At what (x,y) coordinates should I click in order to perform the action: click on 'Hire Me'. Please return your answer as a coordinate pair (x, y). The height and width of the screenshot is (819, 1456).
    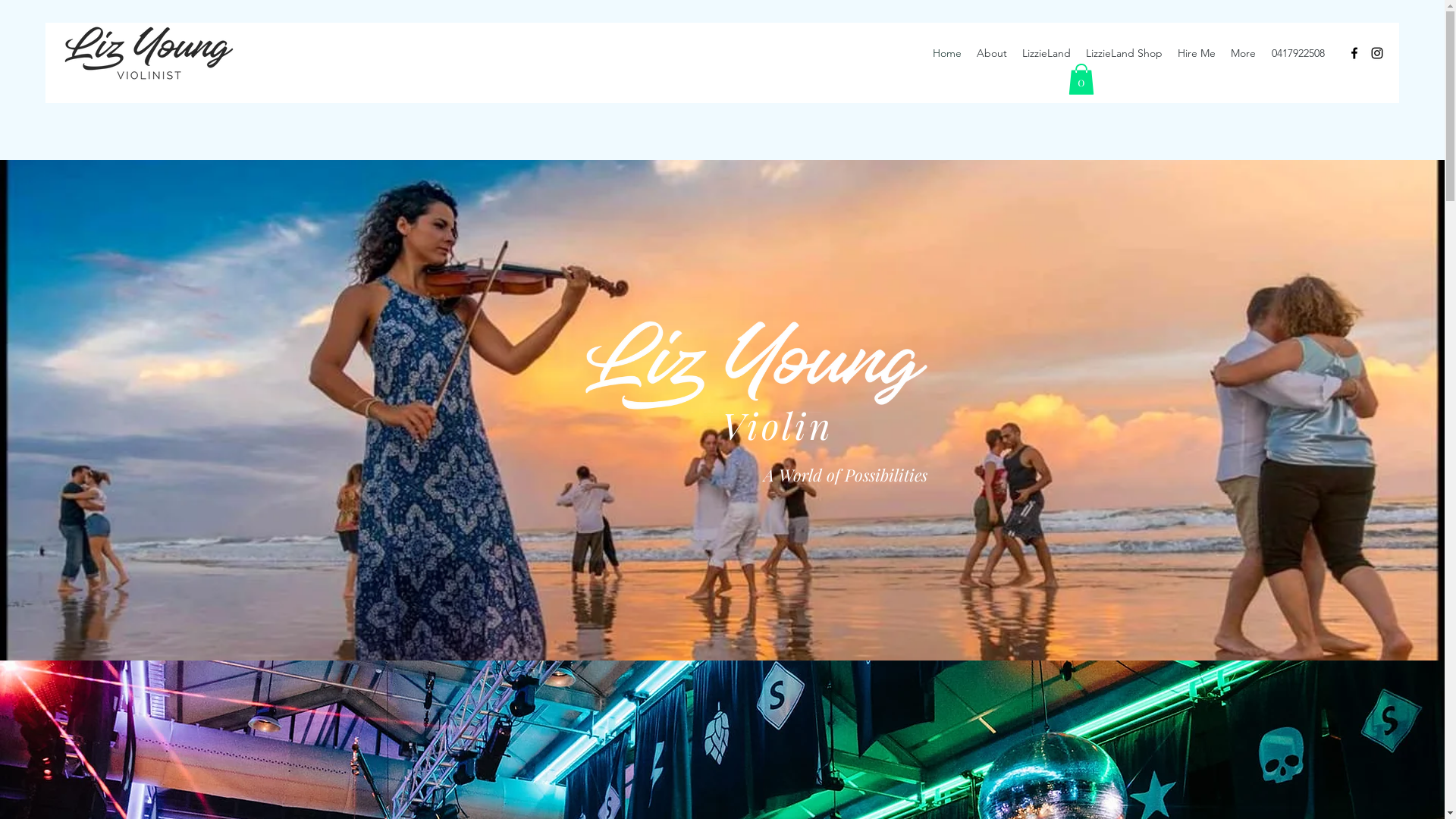
    Looking at the image, I should click on (1196, 52).